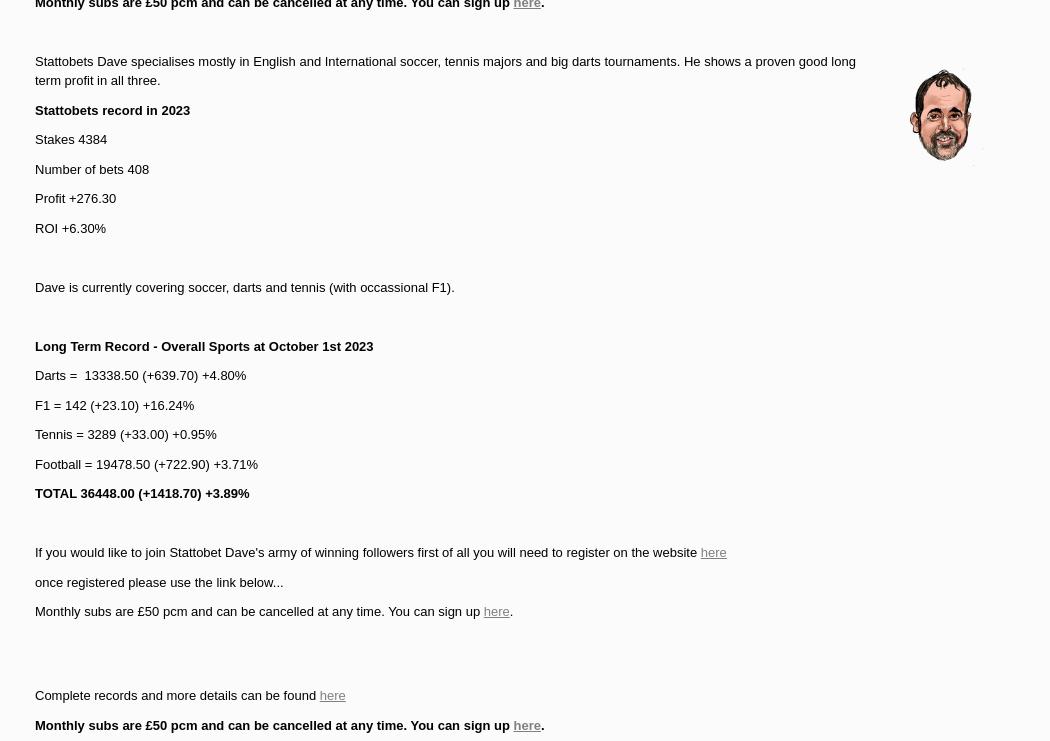  What do you see at coordinates (158, 580) in the screenshot?
I see `'once registered please use the link below...'` at bounding box center [158, 580].